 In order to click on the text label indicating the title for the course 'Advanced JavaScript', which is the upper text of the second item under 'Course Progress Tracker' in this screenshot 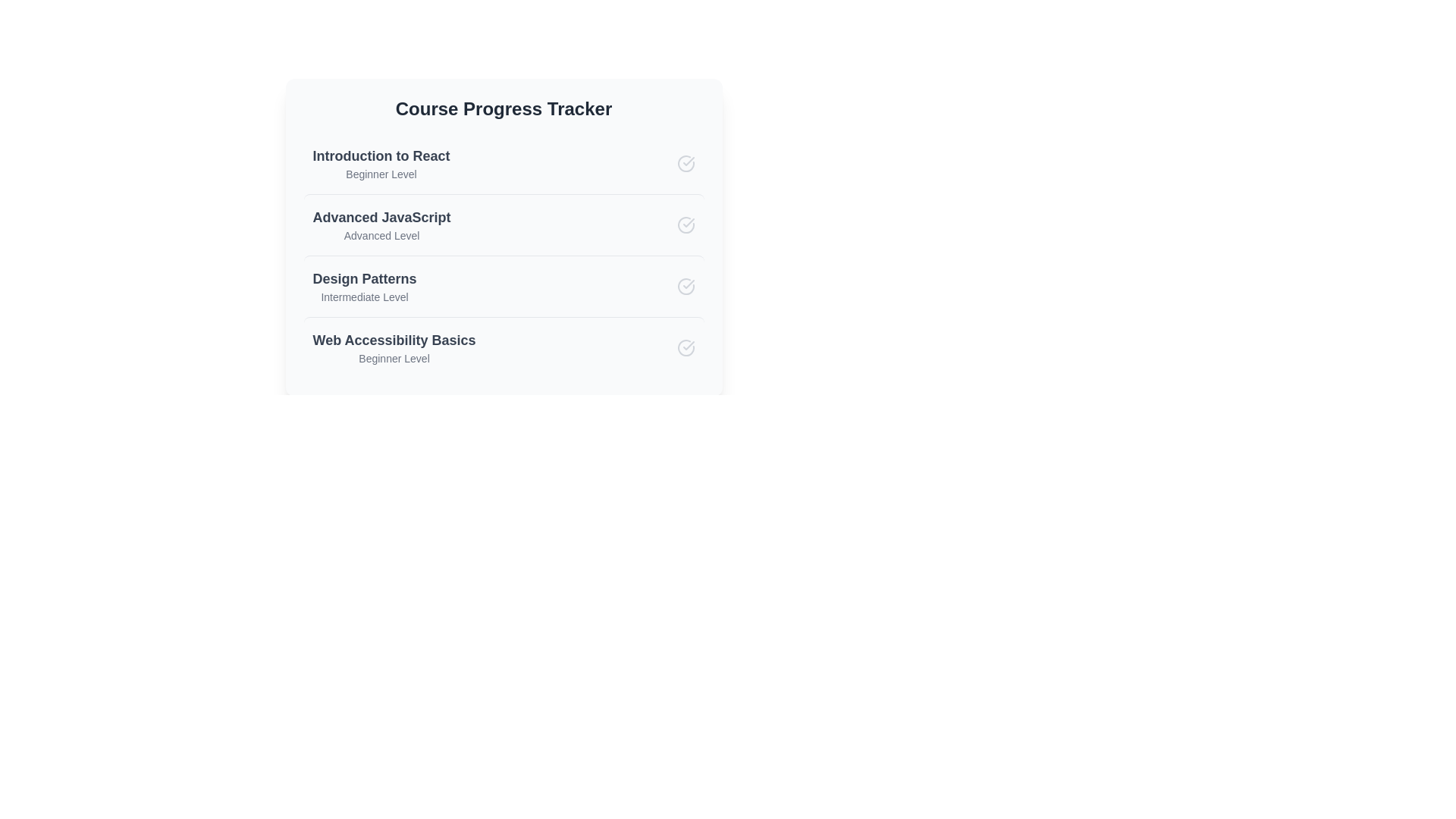, I will do `click(381, 217)`.